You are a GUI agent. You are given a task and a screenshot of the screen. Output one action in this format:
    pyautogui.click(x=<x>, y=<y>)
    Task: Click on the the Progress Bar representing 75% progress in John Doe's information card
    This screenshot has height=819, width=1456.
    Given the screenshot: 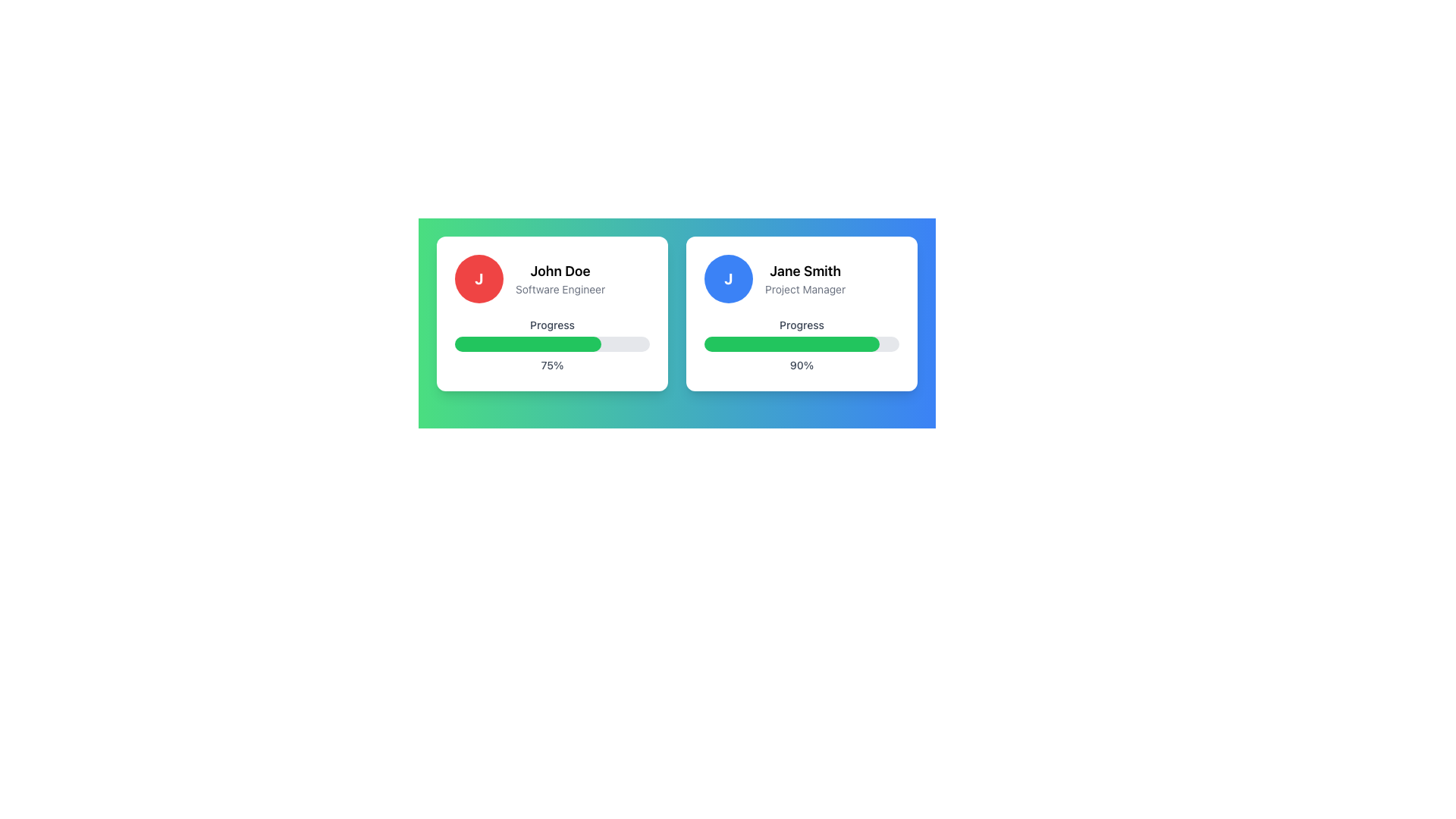 What is the action you would take?
    pyautogui.click(x=551, y=344)
    